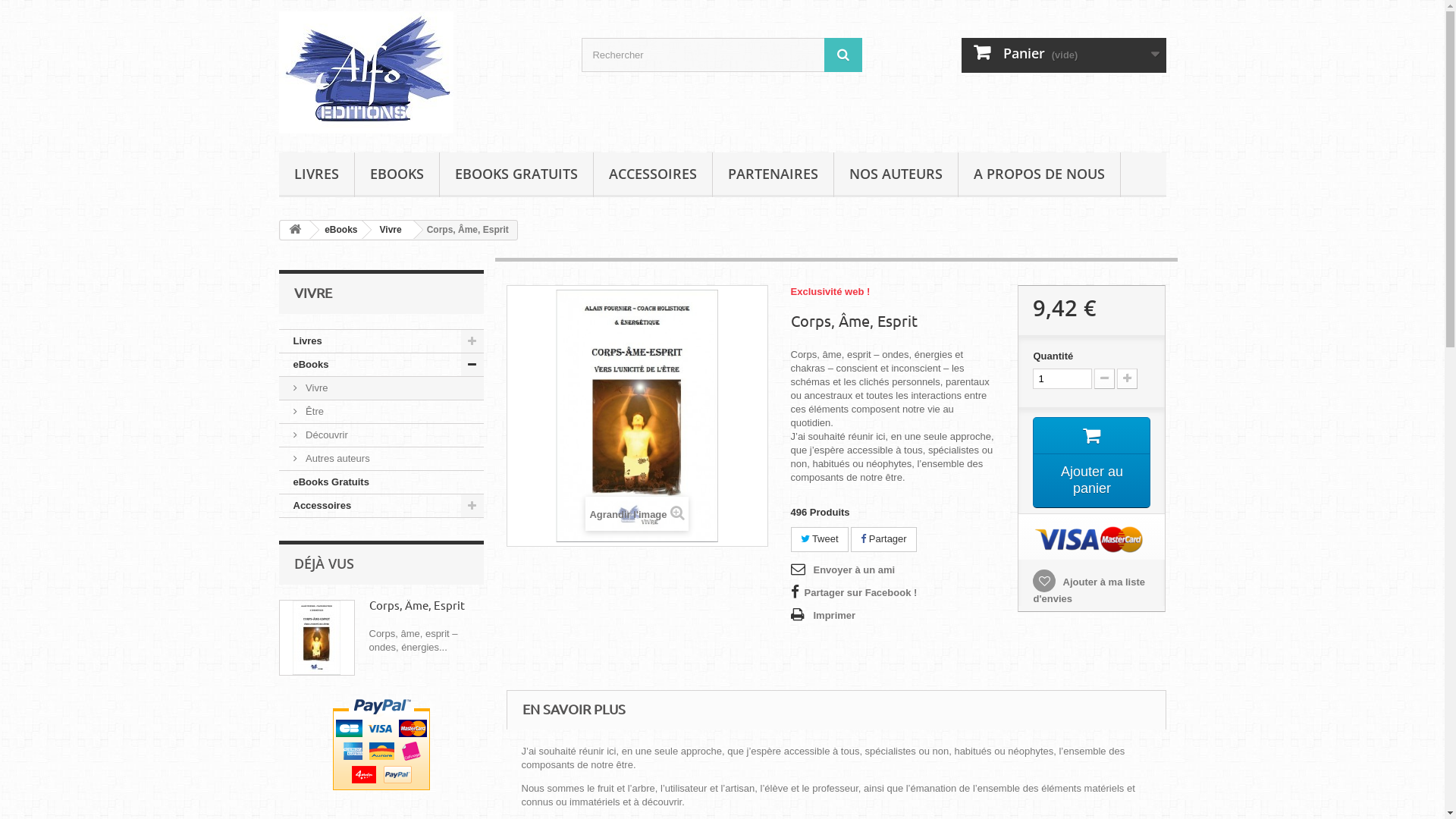 This screenshot has width=1456, height=819. What do you see at coordinates (1090, 461) in the screenshot?
I see `'Ajouter au panier'` at bounding box center [1090, 461].